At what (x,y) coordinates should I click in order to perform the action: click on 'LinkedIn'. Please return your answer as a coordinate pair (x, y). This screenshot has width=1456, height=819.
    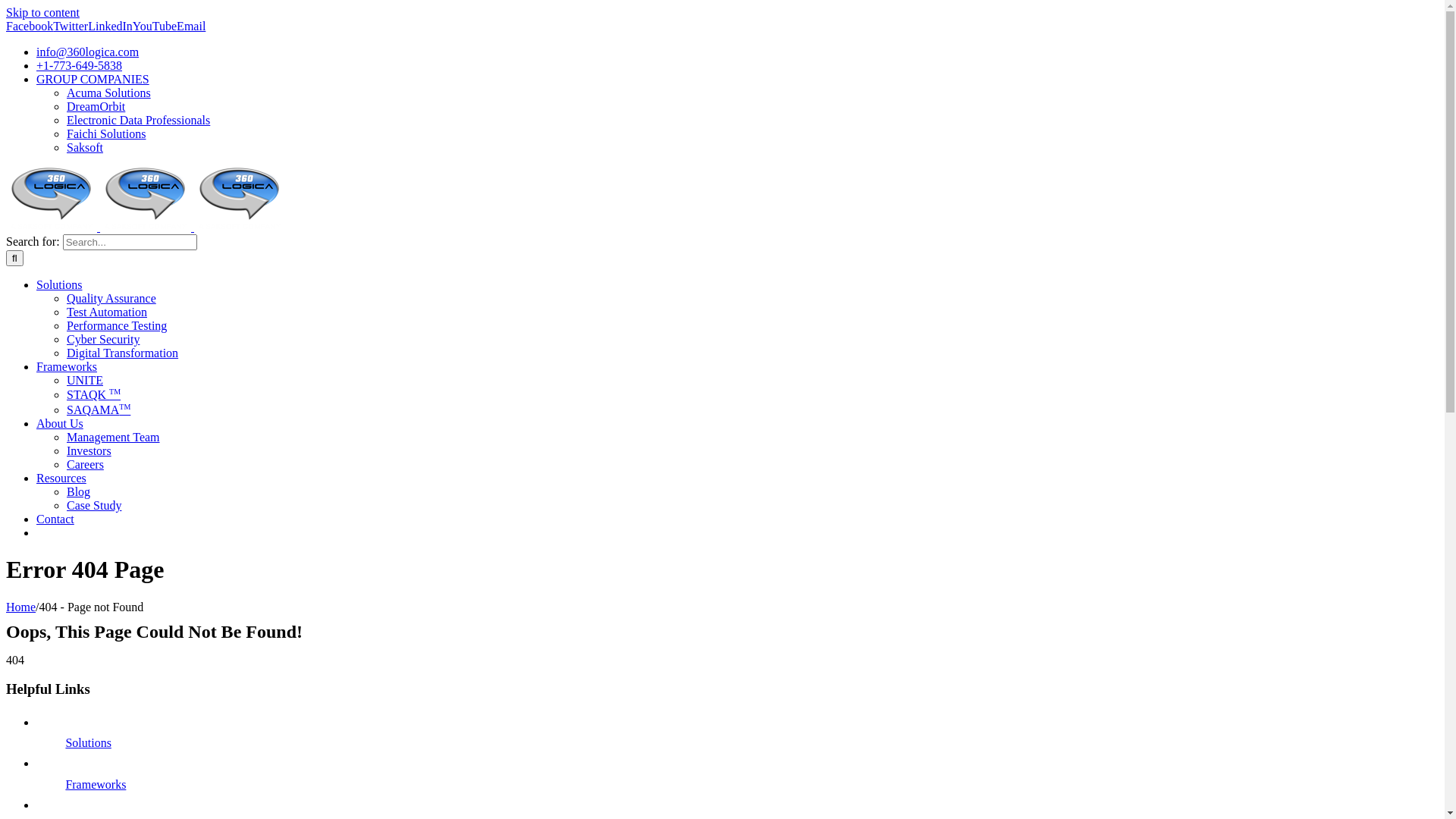
    Looking at the image, I should click on (109, 26).